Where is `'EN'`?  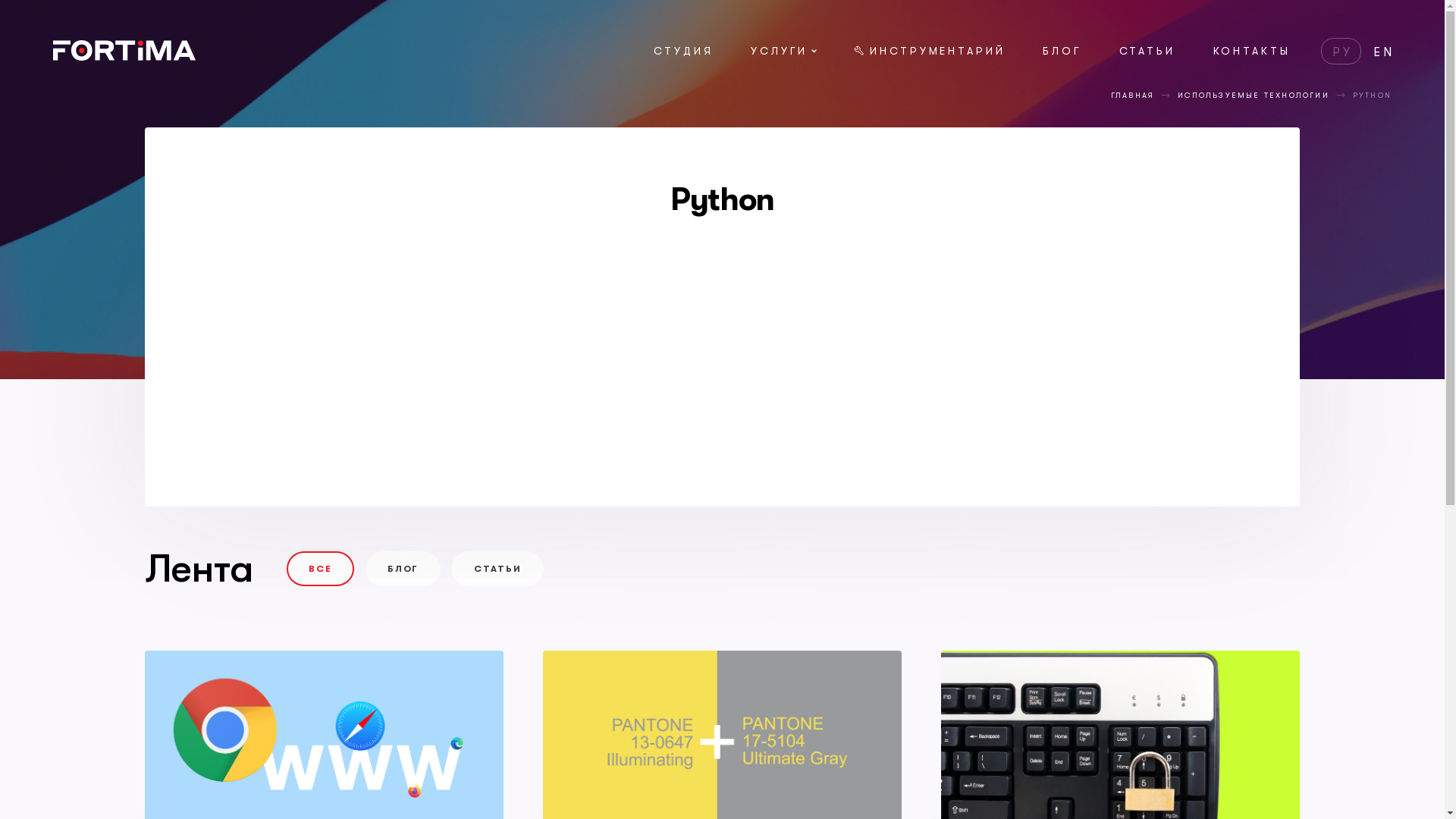 'EN' is located at coordinates (1384, 52).